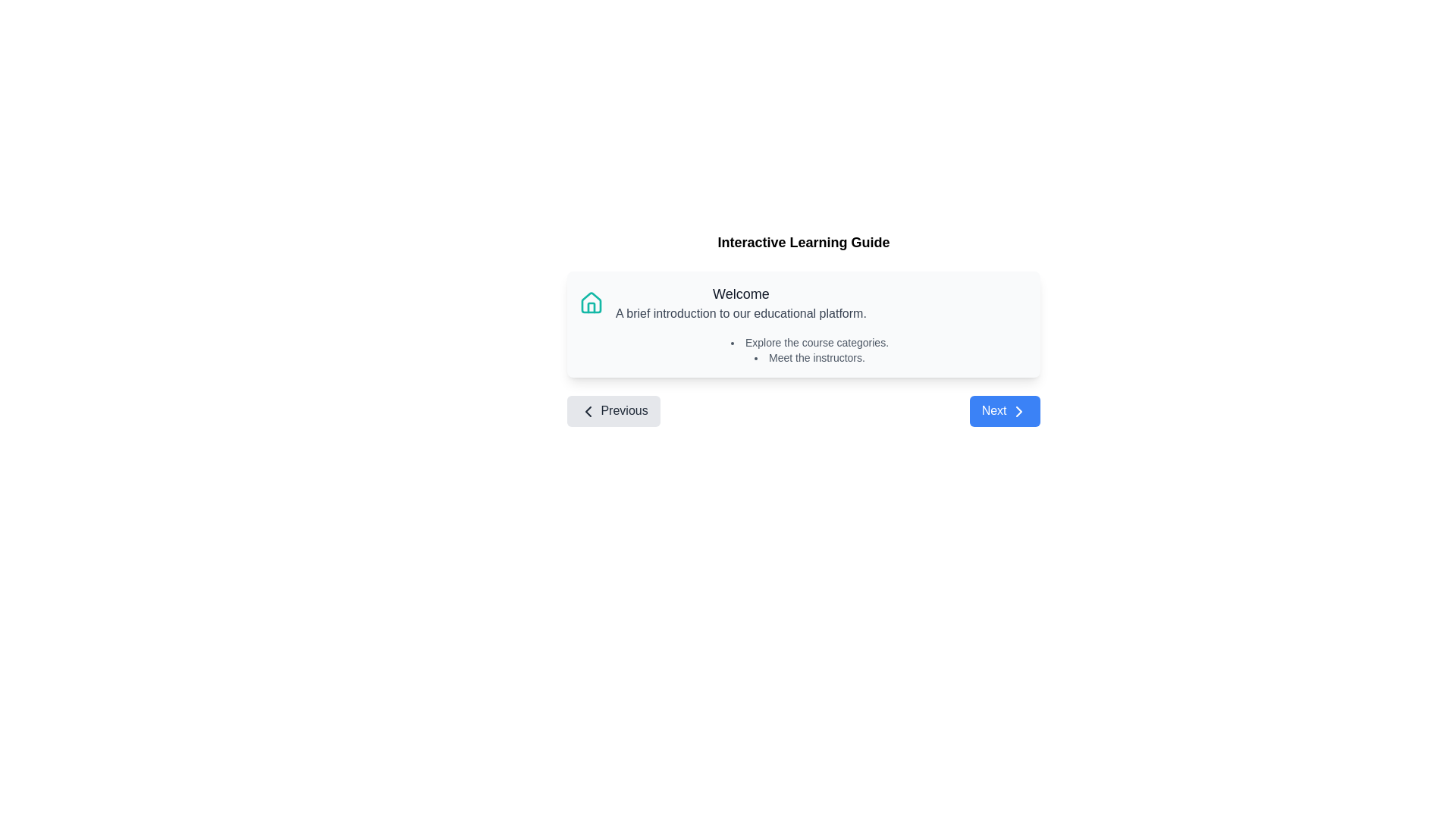  I want to click on the left-pointing chevron icon, which is part of the 'Previous' button located at the bottom-left of the main card interface, so click(588, 411).